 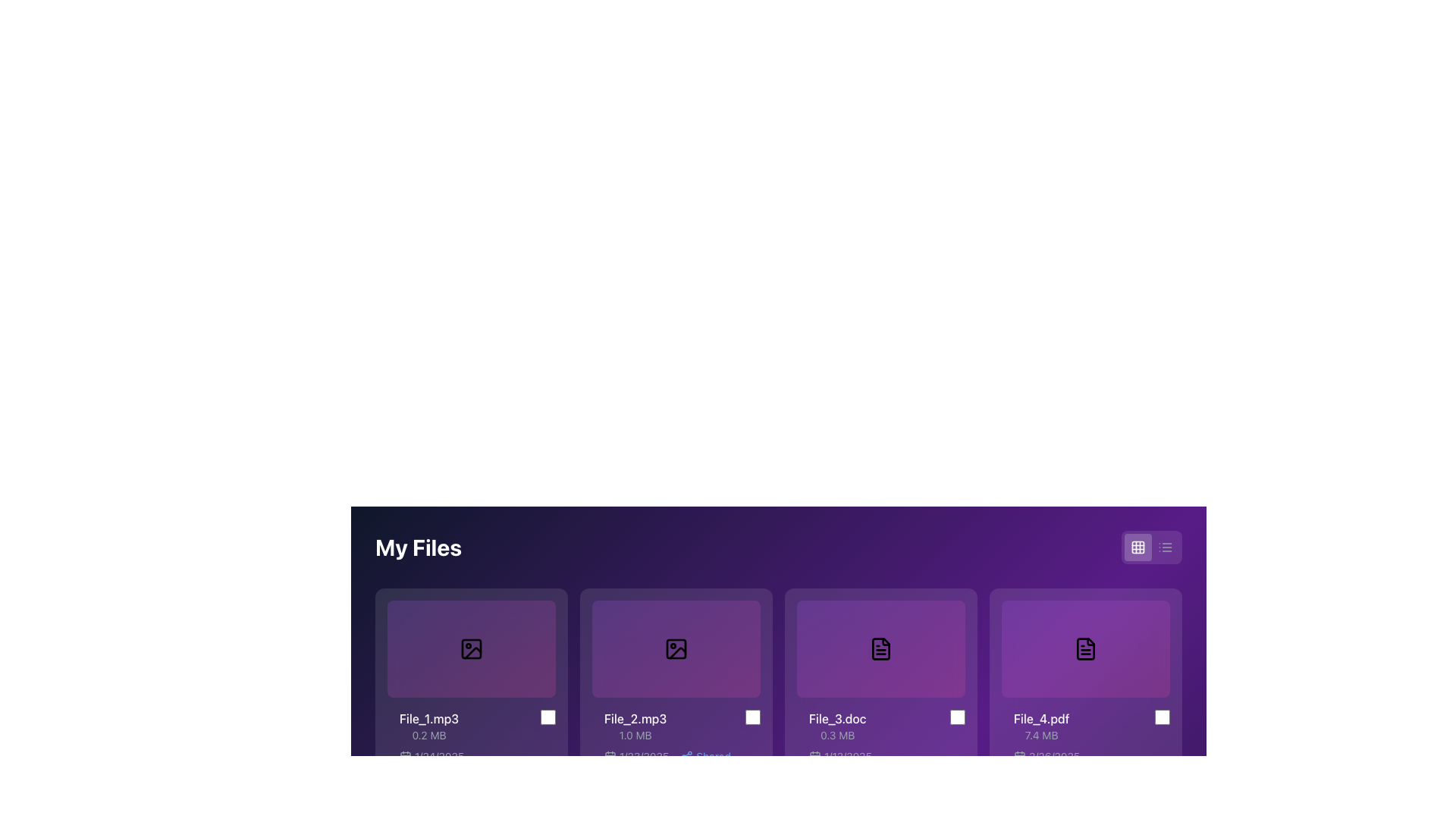 What do you see at coordinates (1164, 547) in the screenshot?
I see `the button located at the top-right corner of the section` at bounding box center [1164, 547].